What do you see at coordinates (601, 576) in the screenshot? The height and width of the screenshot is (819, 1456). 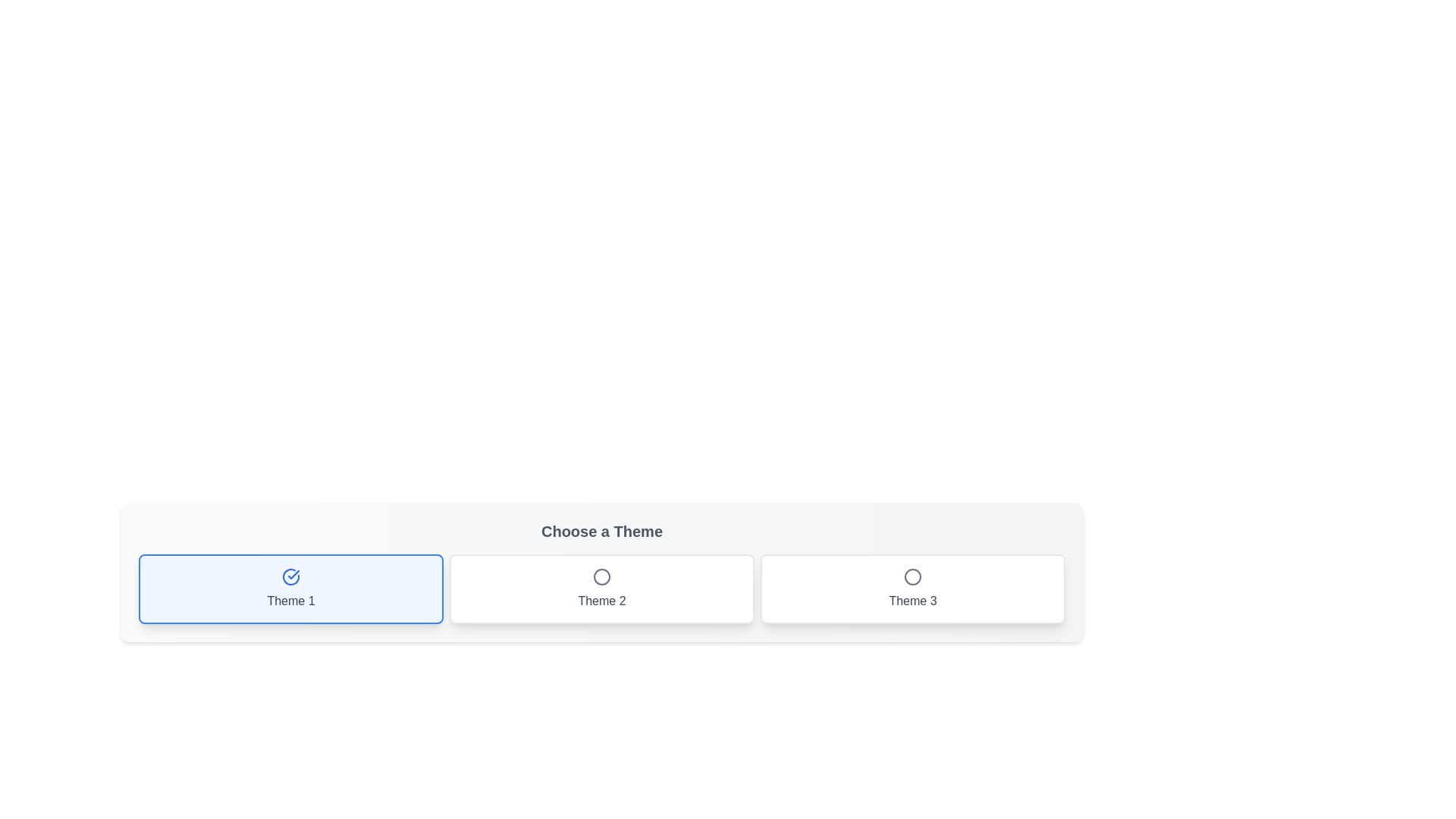 I see `the gray circular icon with a thin stroke, which is part of the 'Theme 2' button, centrally aligned within a horizontal list of buttons` at bounding box center [601, 576].